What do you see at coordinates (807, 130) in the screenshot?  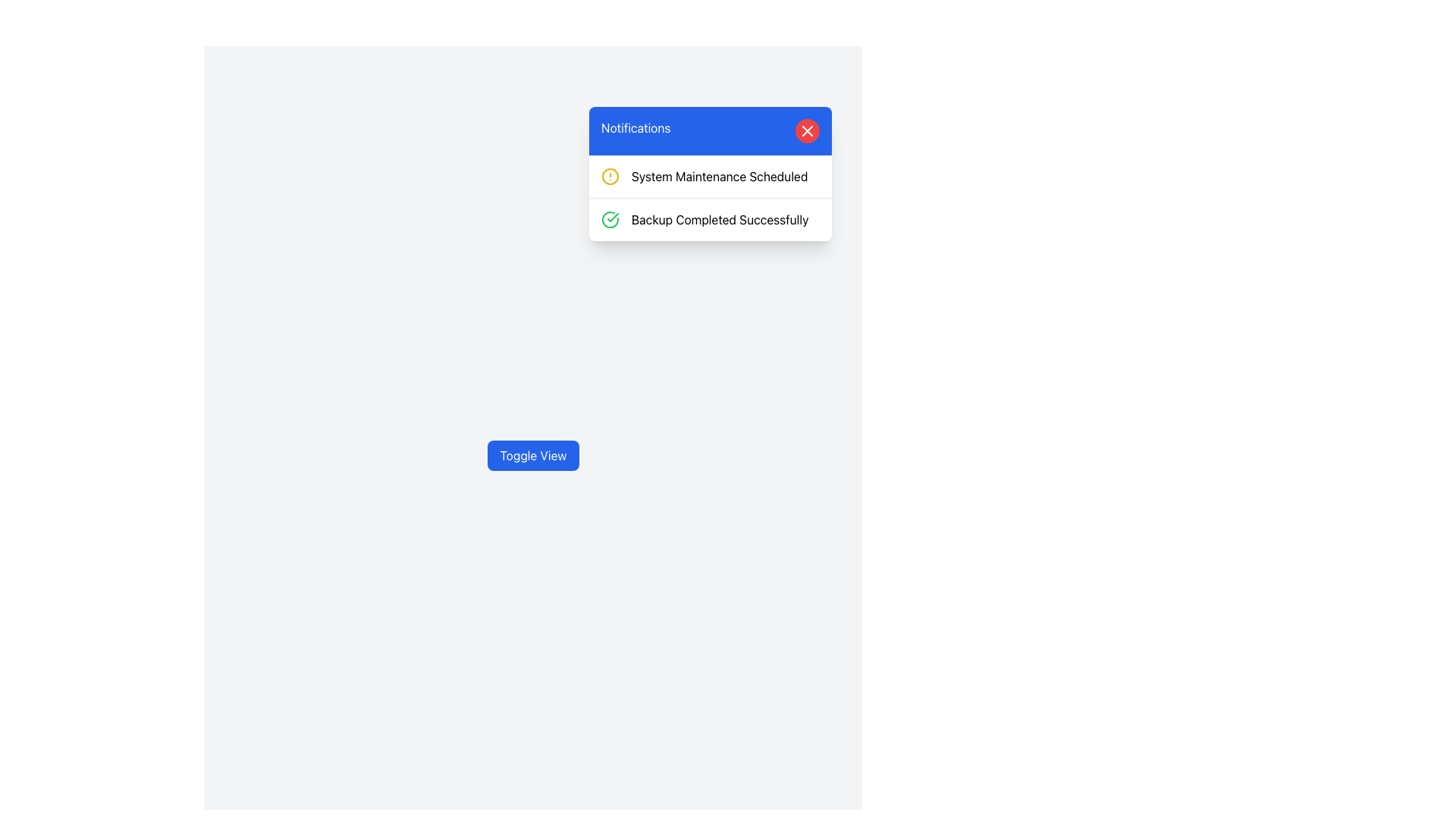 I see `the close button in the top-right corner of the notification panel` at bounding box center [807, 130].